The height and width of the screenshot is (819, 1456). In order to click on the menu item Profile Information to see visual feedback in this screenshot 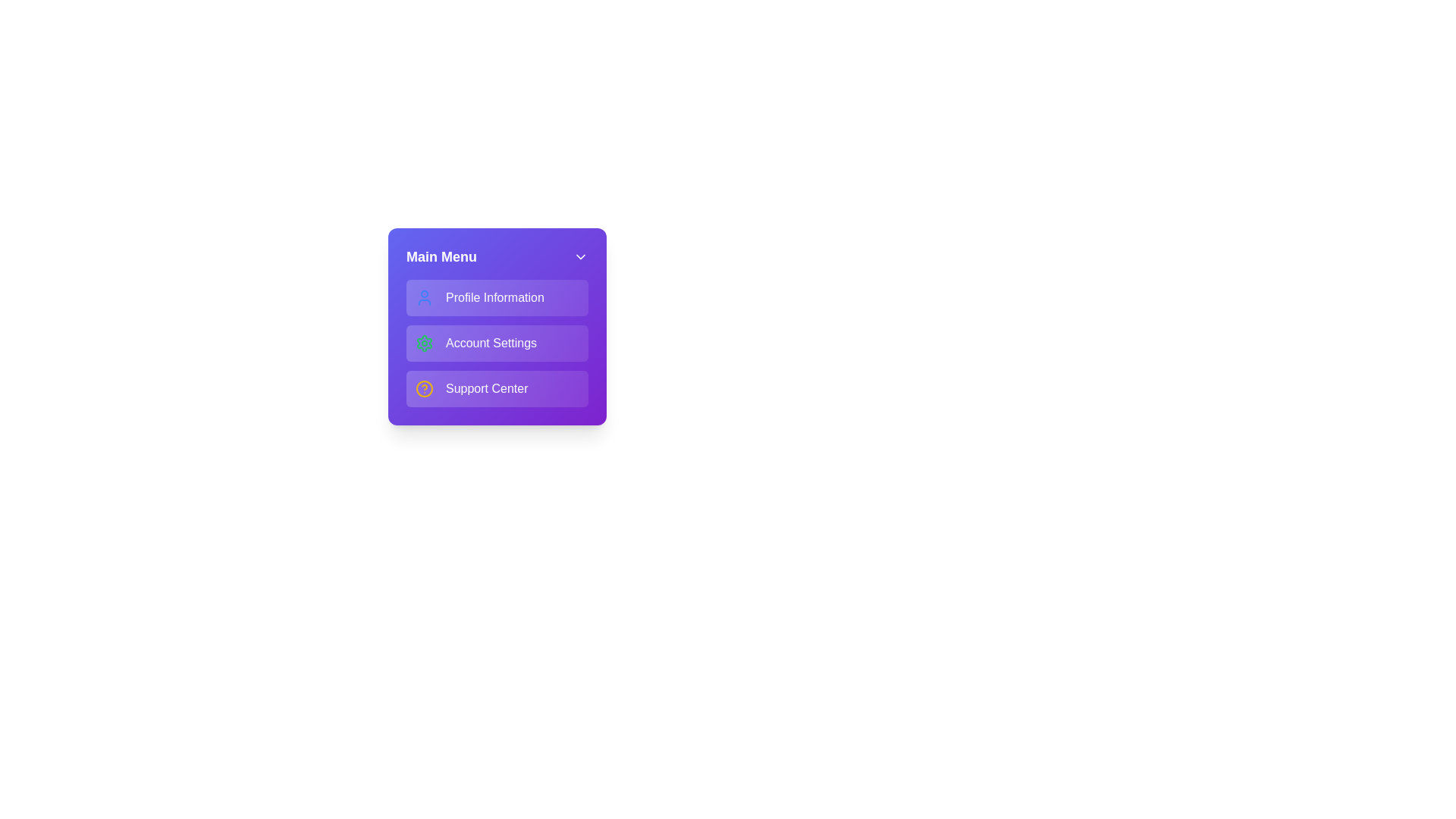, I will do `click(497, 298)`.